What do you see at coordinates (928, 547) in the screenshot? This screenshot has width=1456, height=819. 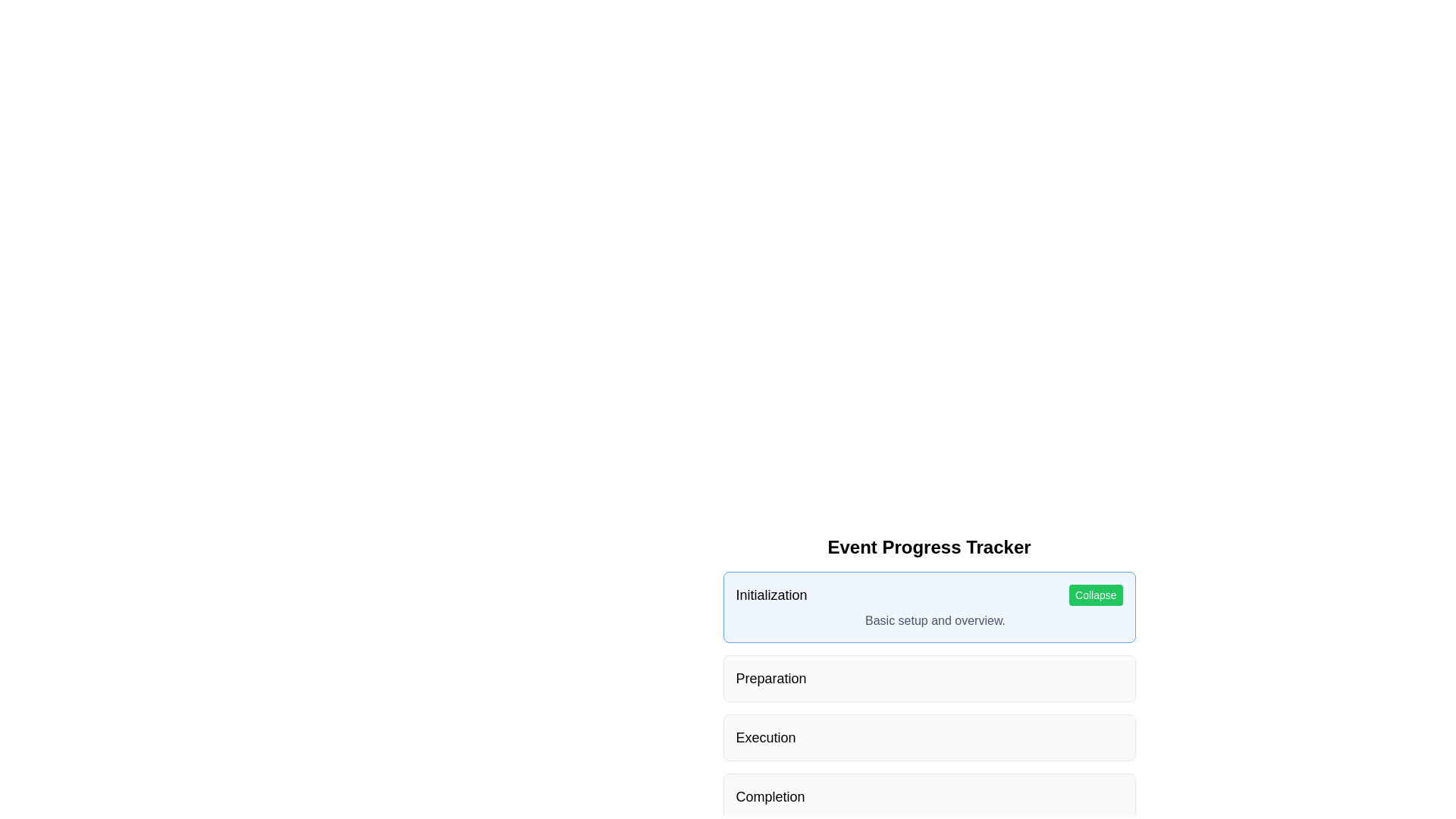 I see `the header text element that serves as a title and is positioned at the top of the layout, above the 'Initialization' section` at bounding box center [928, 547].